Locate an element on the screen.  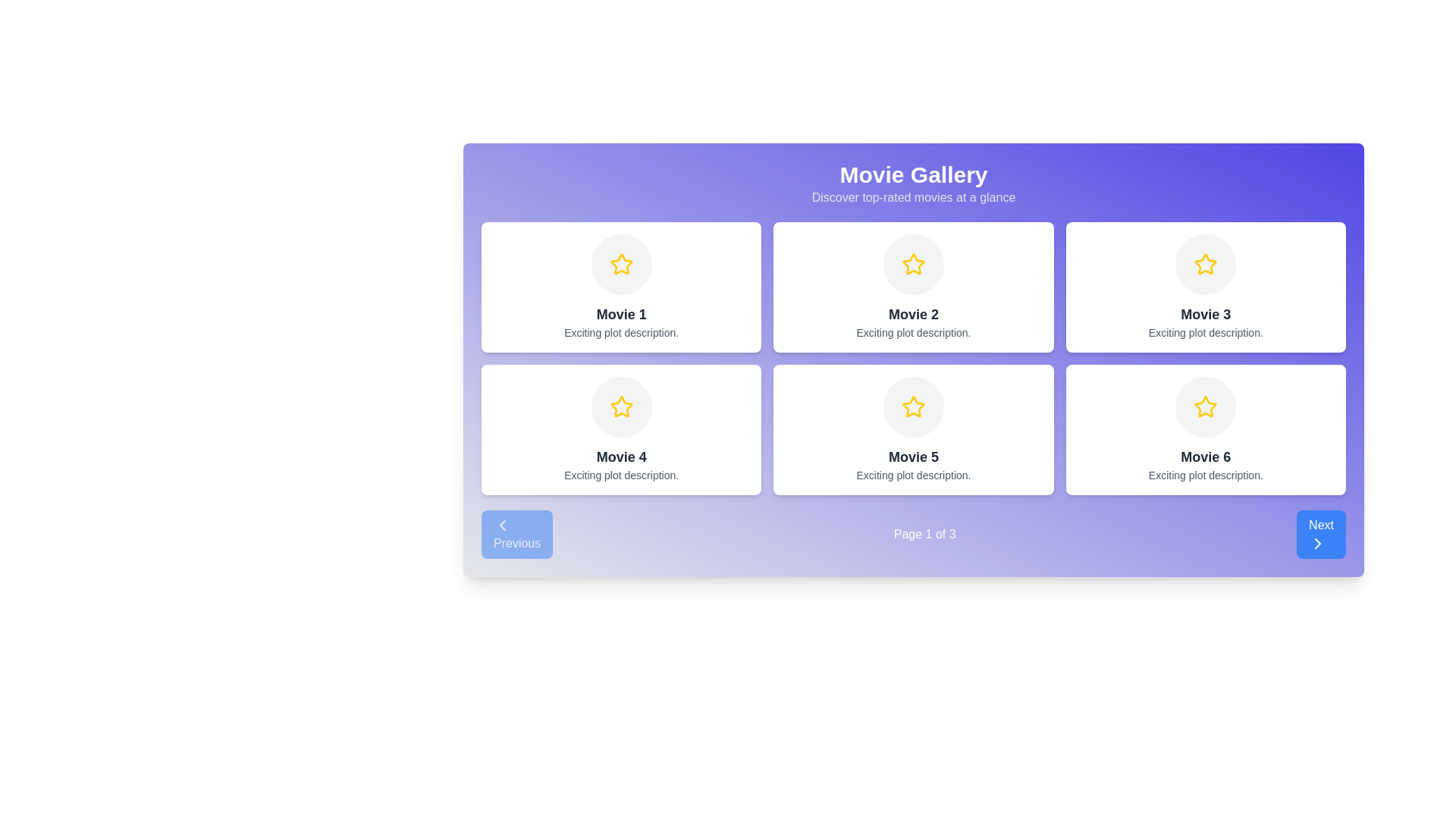
the movie details card, which is the second item is located at coordinates (912, 287).